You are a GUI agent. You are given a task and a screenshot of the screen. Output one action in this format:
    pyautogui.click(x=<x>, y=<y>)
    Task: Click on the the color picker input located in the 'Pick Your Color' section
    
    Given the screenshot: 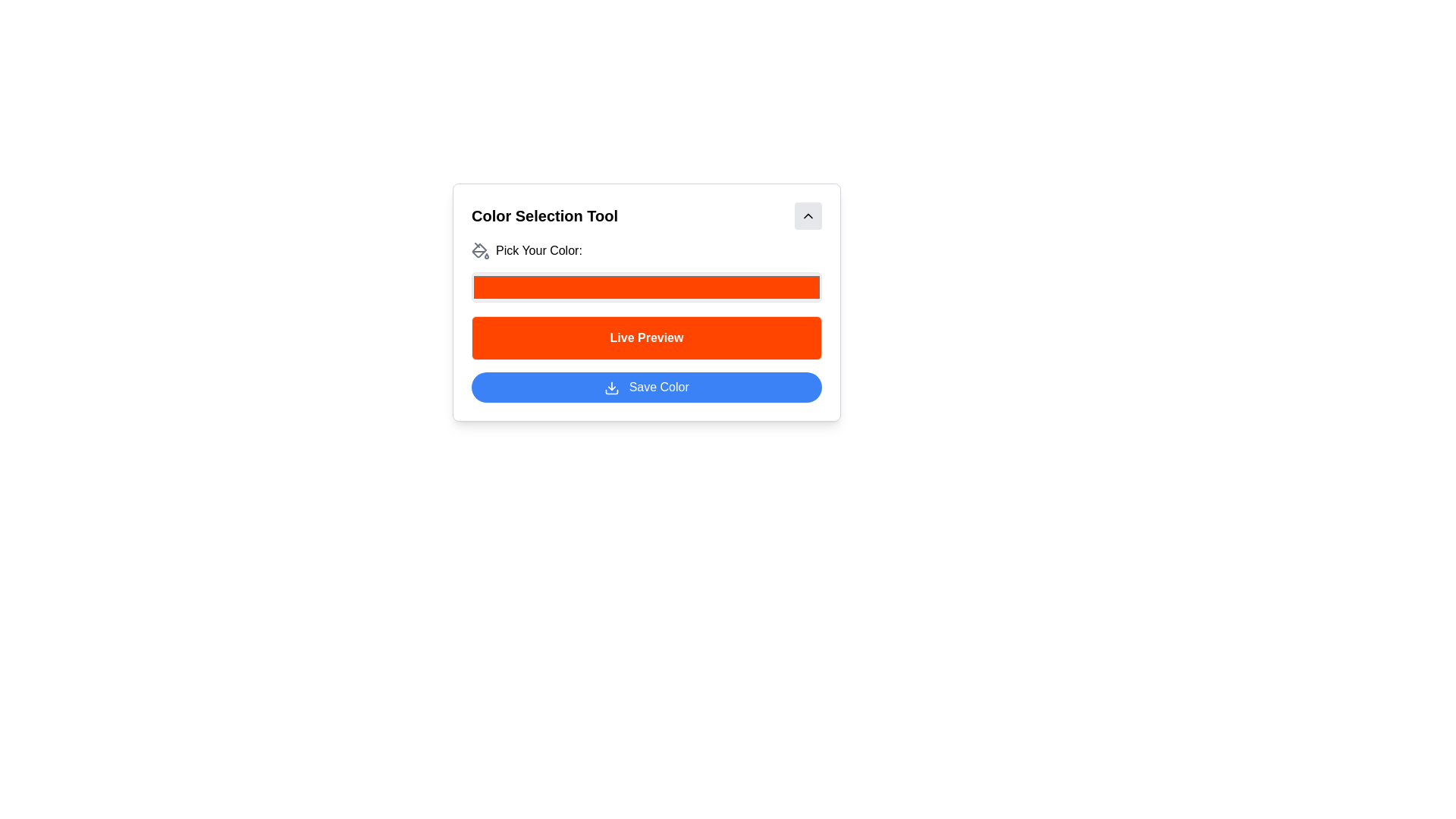 What is the action you would take?
    pyautogui.click(x=647, y=287)
    